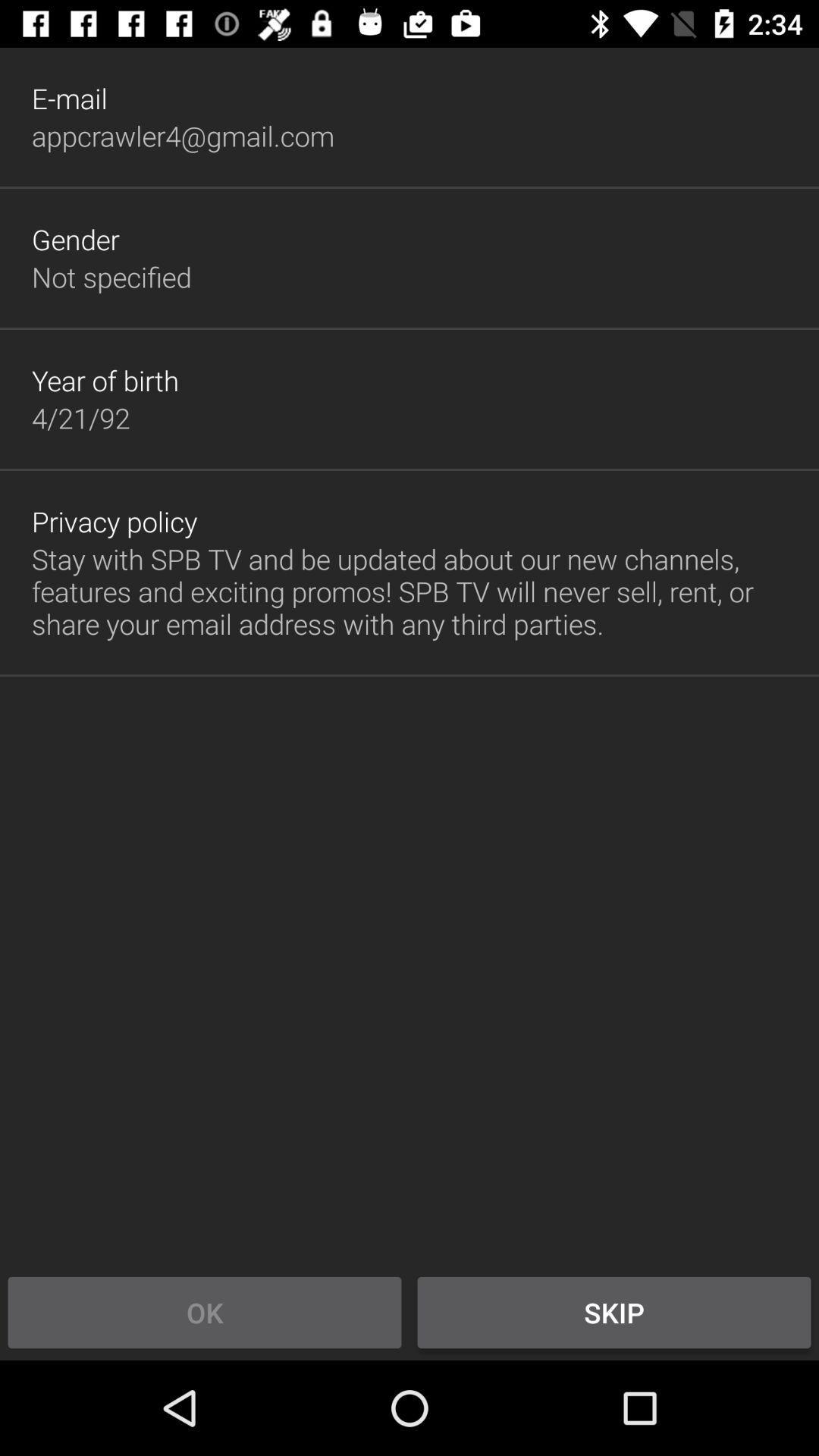 The height and width of the screenshot is (1456, 819). Describe the element at coordinates (409, 590) in the screenshot. I see `button above the ok` at that location.